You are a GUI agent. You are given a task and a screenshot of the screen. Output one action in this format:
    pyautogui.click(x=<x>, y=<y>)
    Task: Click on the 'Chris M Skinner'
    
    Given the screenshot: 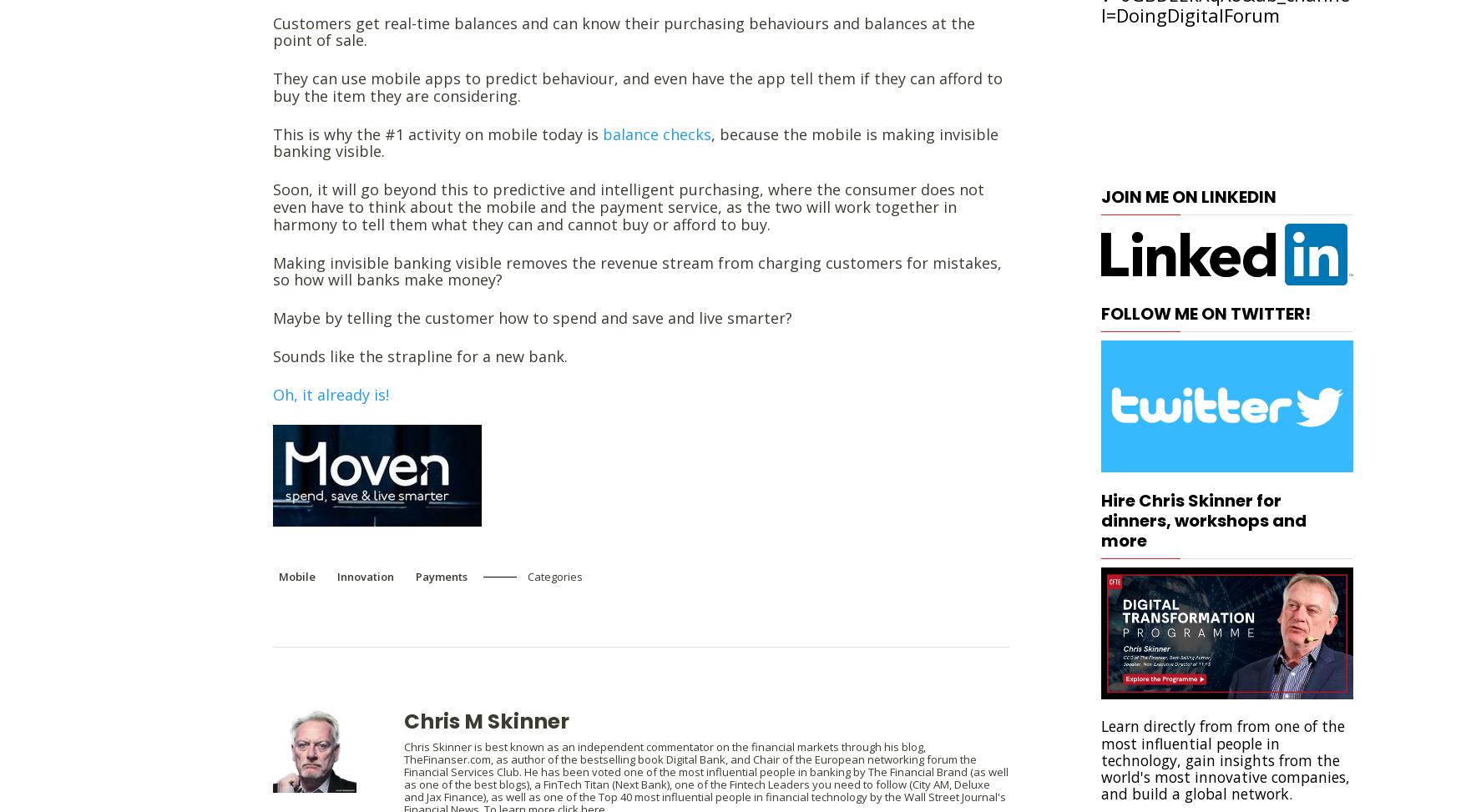 What is the action you would take?
    pyautogui.click(x=486, y=721)
    